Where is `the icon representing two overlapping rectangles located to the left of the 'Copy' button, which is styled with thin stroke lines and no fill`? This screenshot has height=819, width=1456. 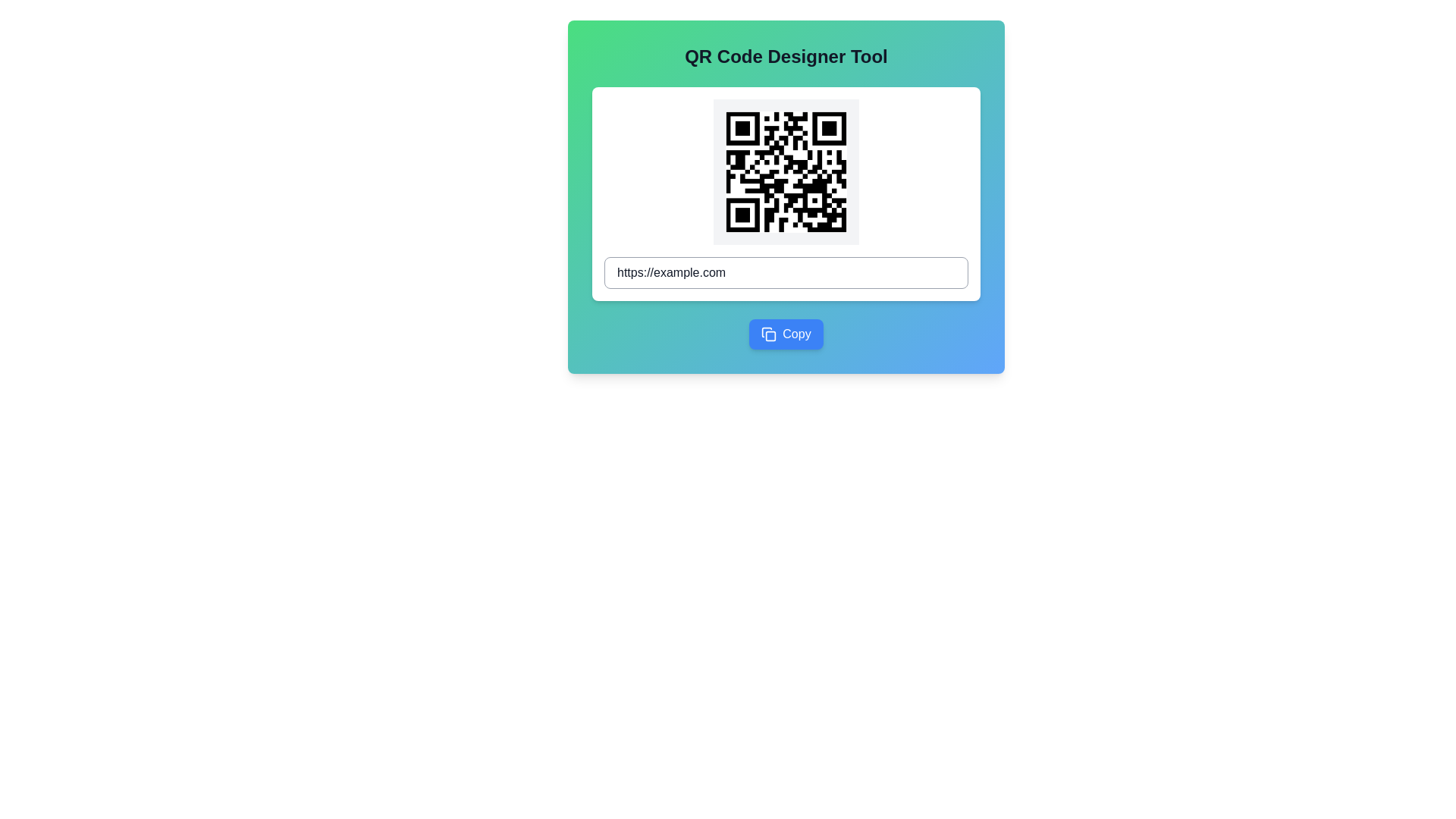
the icon representing two overlapping rectangles located to the left of the 'Copy' button, which is styled with thin stroke lines and no fill is located at coordinates (769, 333).